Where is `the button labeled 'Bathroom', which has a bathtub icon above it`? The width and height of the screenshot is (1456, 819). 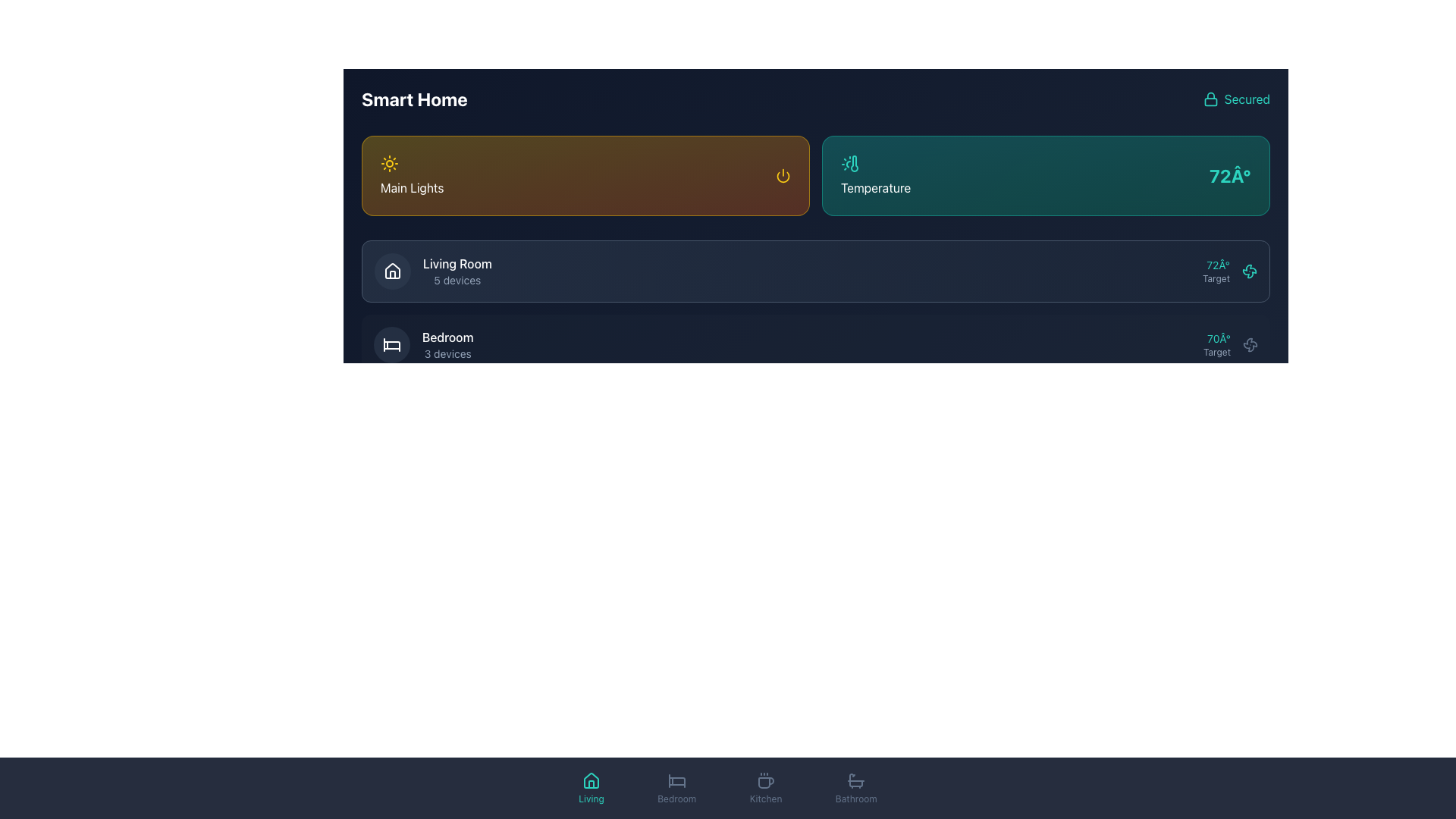 the button labeled 'Bathroom', which has a bathtub icon above it is located at coordinates (856, 788).